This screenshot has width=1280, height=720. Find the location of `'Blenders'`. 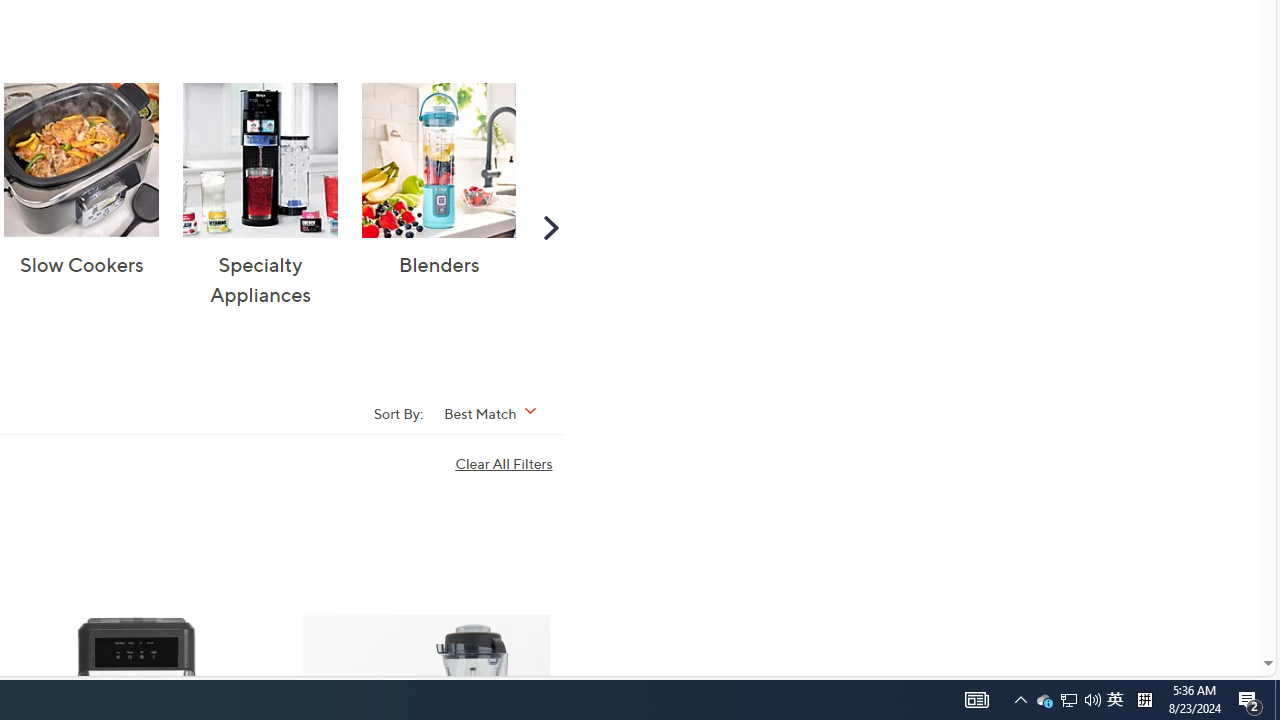

'Blenders' is located at coordinates (438, 159).